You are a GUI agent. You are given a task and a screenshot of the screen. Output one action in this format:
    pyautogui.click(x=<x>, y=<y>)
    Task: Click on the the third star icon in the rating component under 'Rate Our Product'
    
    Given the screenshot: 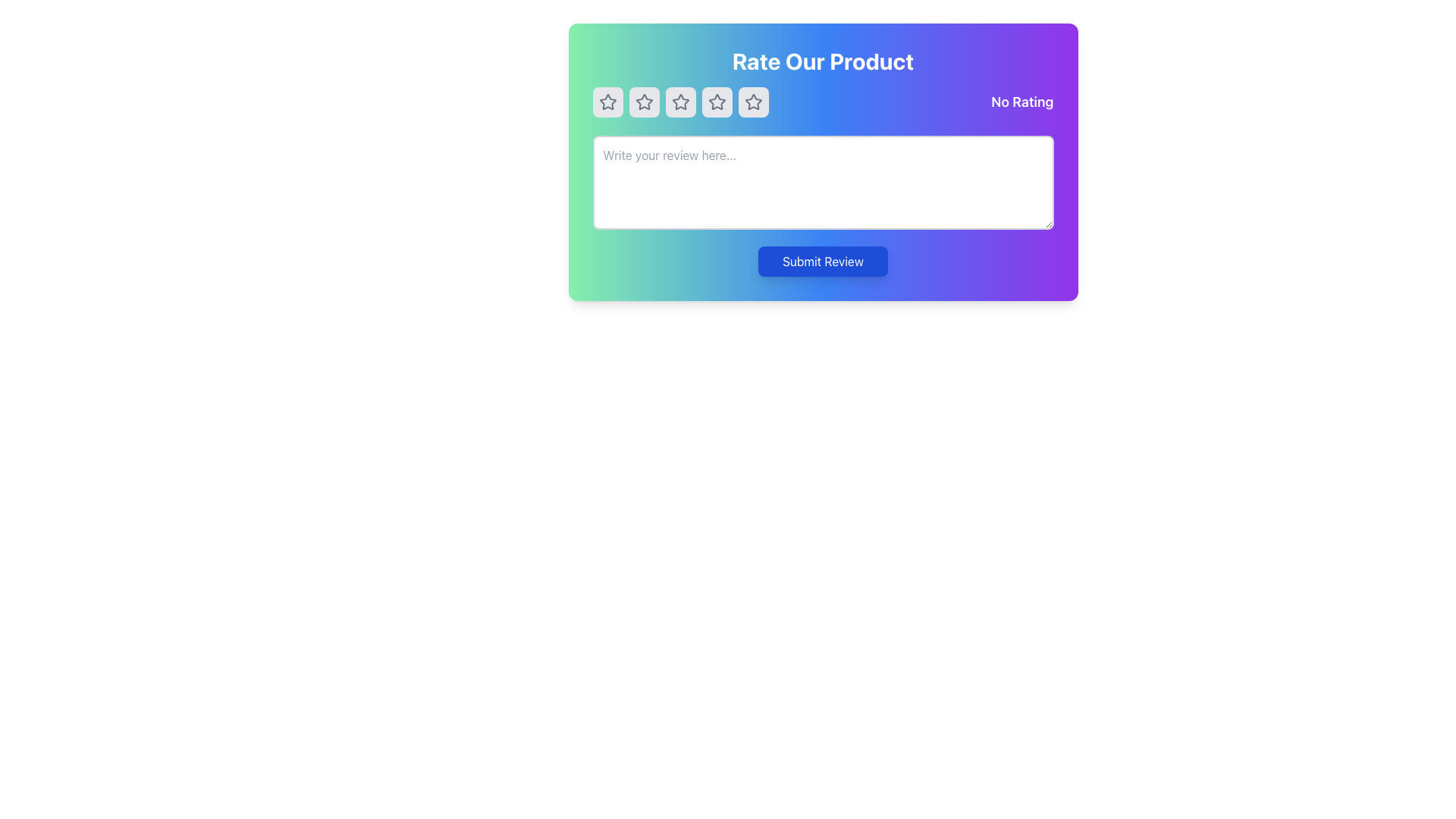 What is the action you would take?
    pyautogui.click(x=716, y=102)
    